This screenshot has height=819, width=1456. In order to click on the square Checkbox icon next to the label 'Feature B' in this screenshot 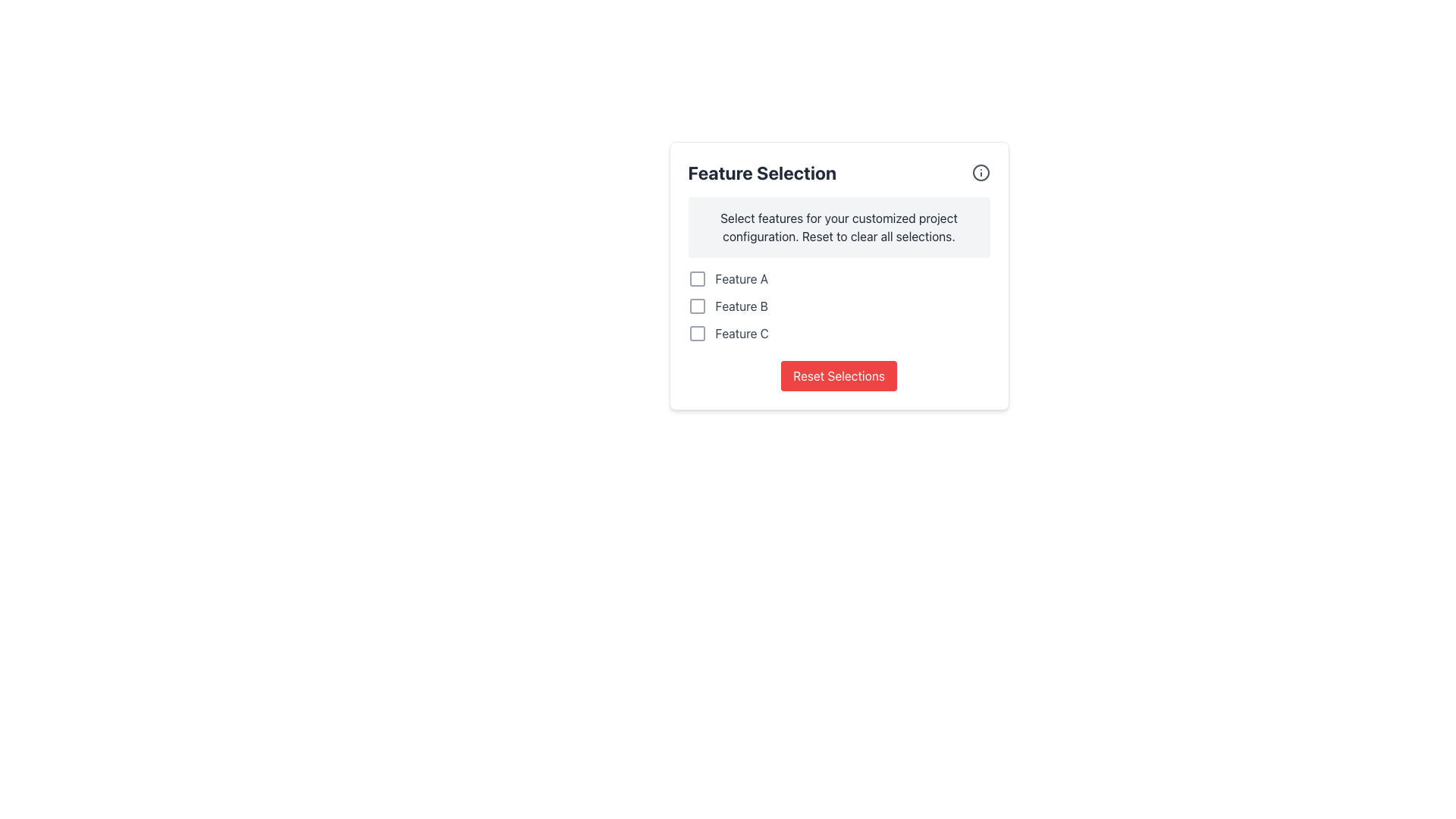, I will do `click(696, 306)`.